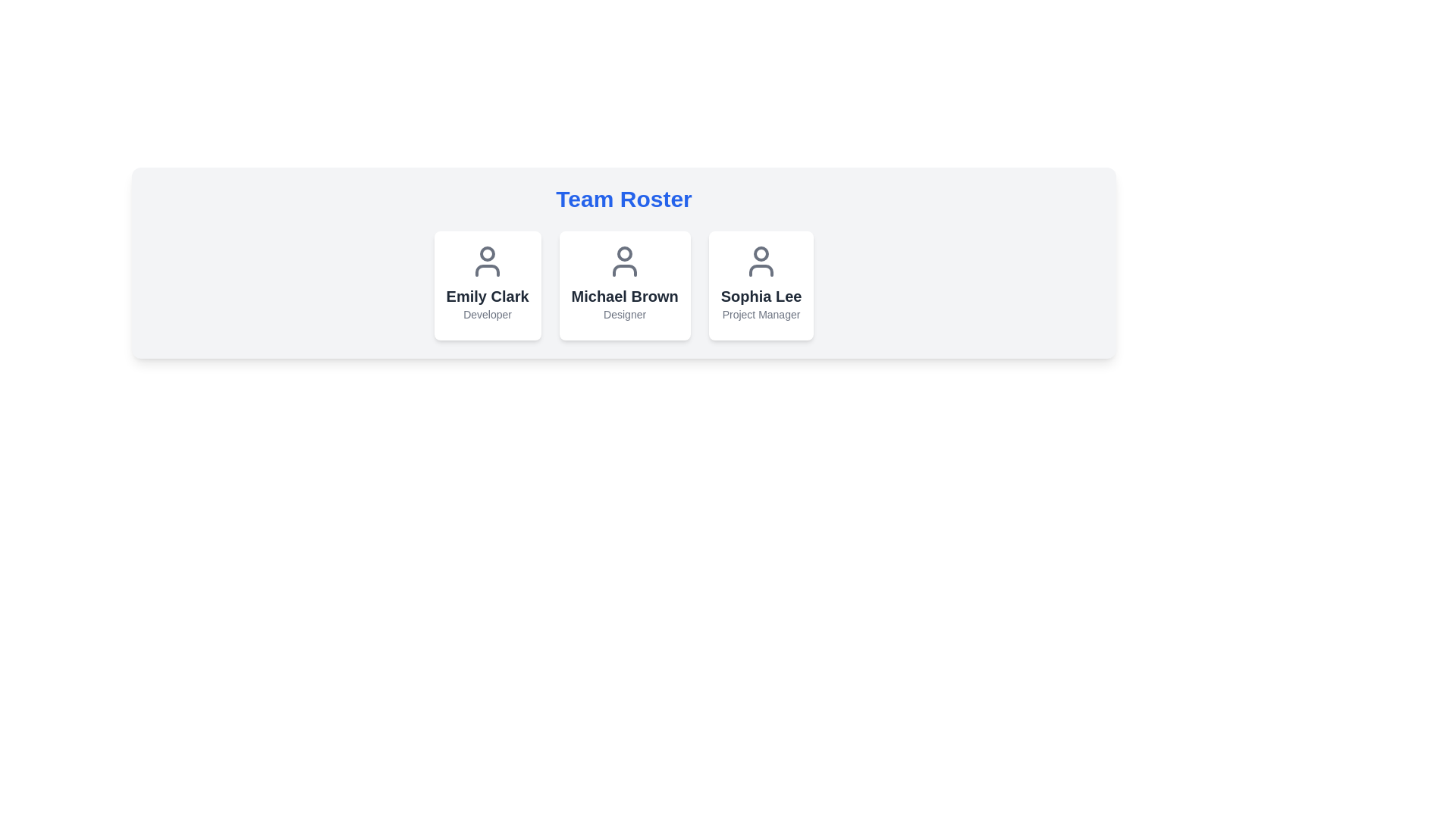 This screenshot has width=1456, height=819. Describe the element at coordinates (488, 314) in the screenshot. I see `text label indicating the job title 'Developer' for the individual 'Emily Clark' on the card, which is located below the name and centered horizontally within the card` at that location.